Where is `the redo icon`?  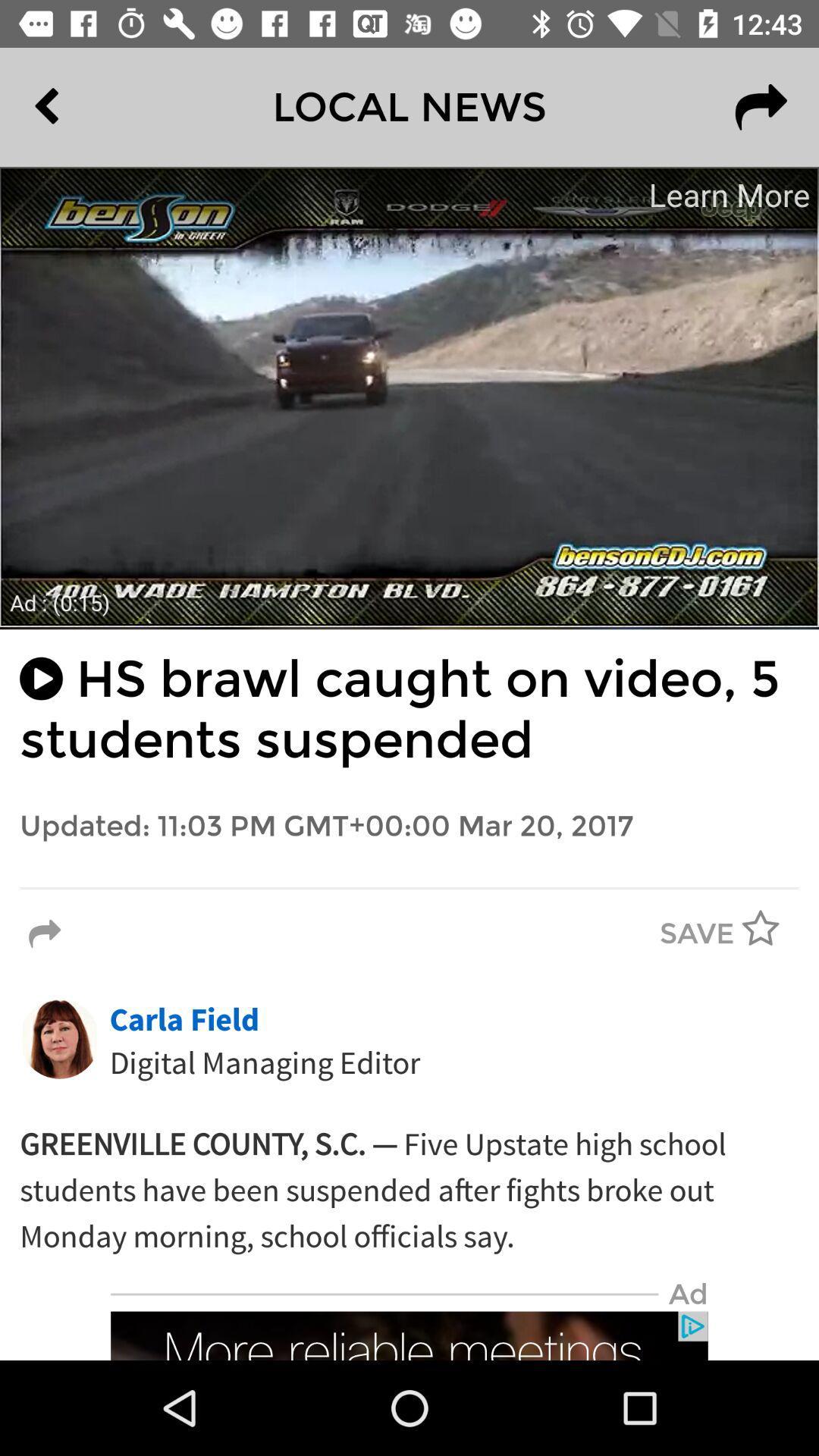
the redo icon is located at coordinates (761, 106).